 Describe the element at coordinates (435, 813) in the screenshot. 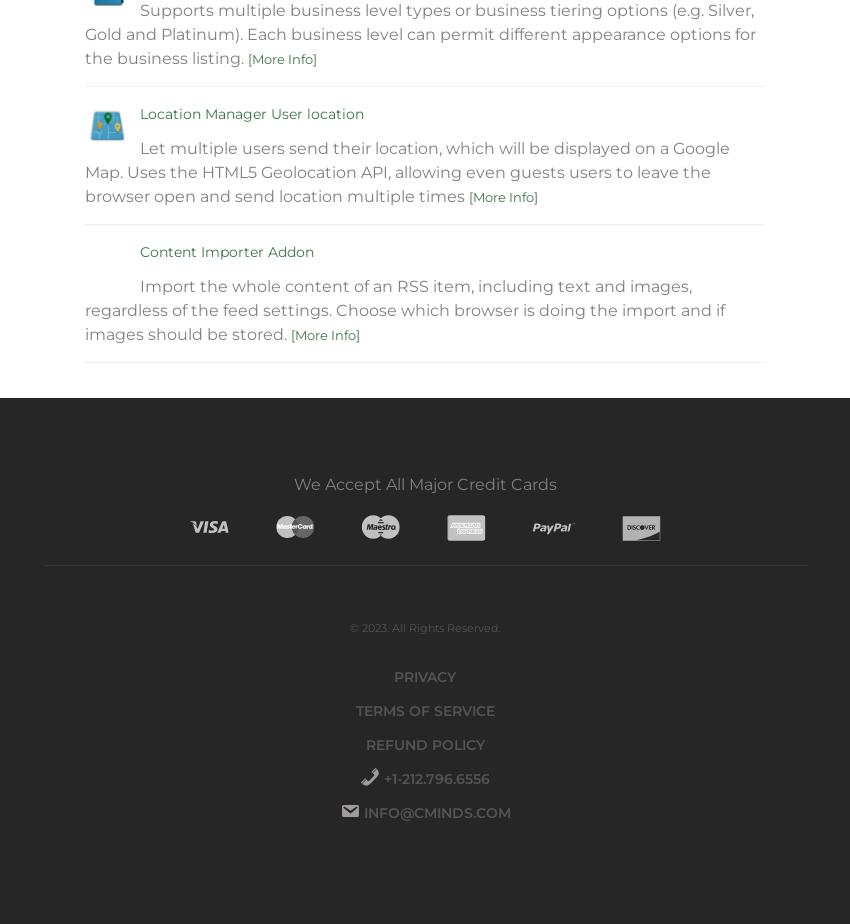

I see `'info@cminds.com'` at that location.